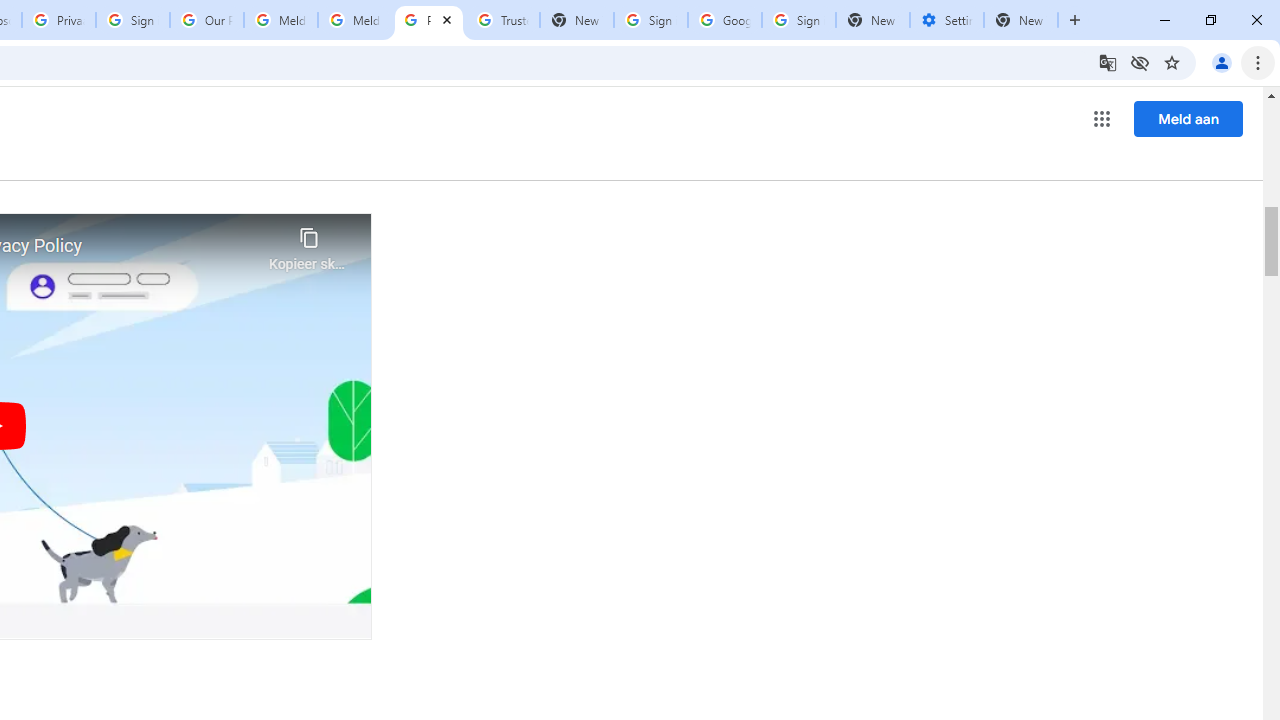 The height and width of the screenshot is (720, 1280). I want to click on 'Meld aan', so click(1188, 118).